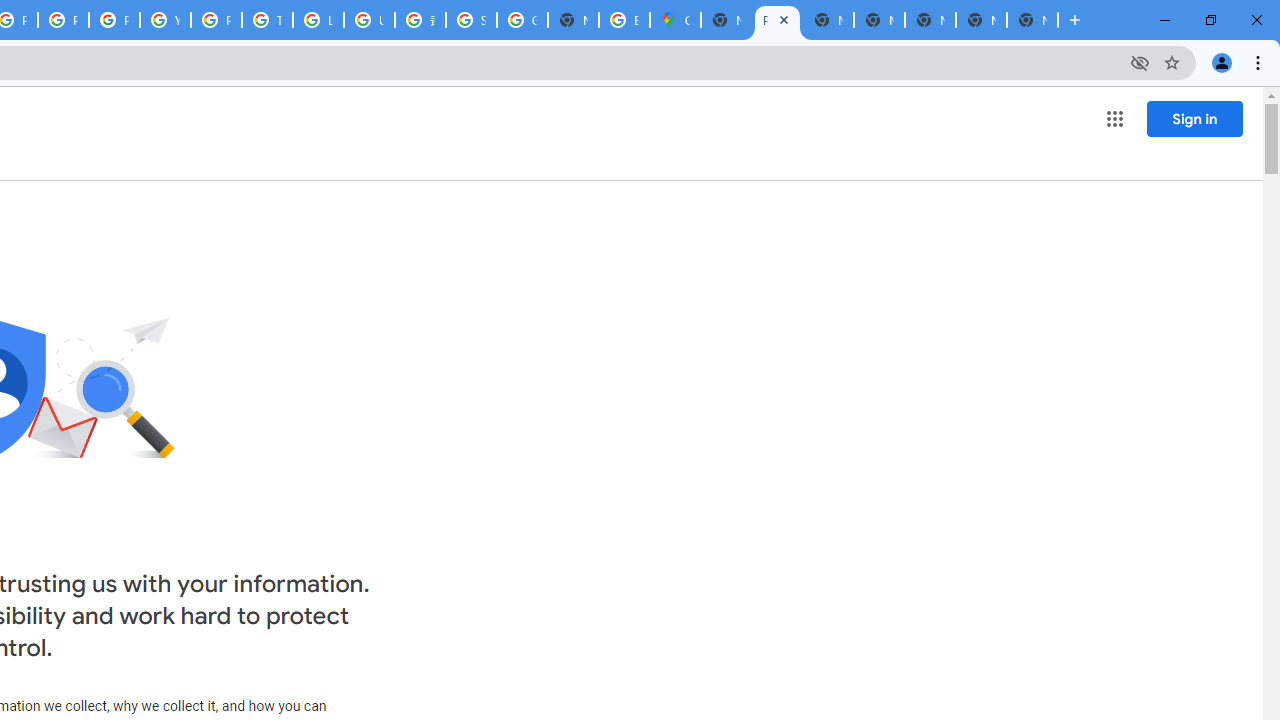 The width and height of the screenshot is (1280, 720). I want to click on 'Tips & tricks for Chrome - Google Chrome Help', so click(266, 20).